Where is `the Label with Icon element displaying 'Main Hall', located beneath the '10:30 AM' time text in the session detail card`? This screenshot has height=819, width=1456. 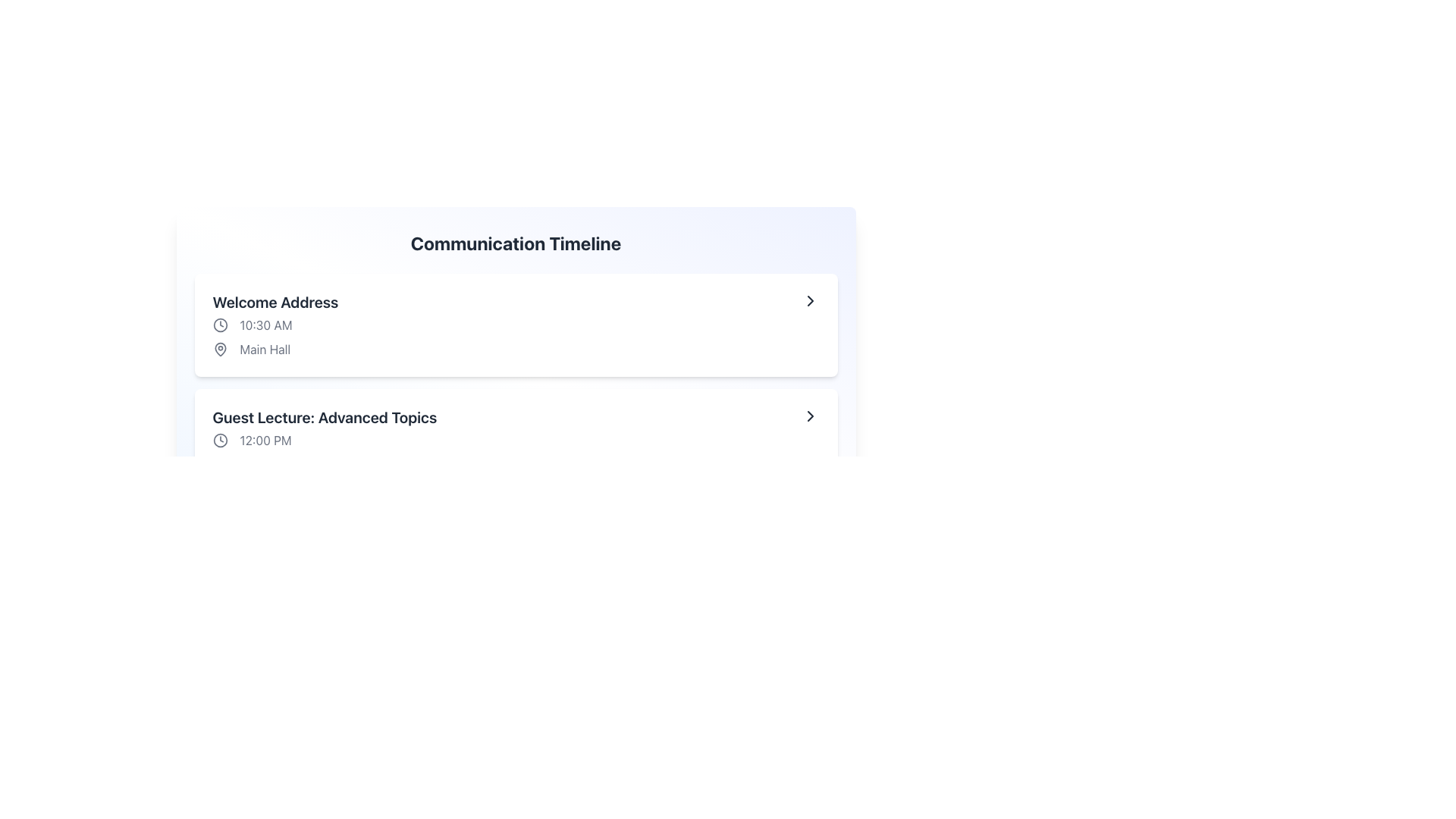 the Label with Icon element displaying 'Main Hall', located beneath the '10:30 AM' time text in the session detail card is located at coordinates (275, 350).